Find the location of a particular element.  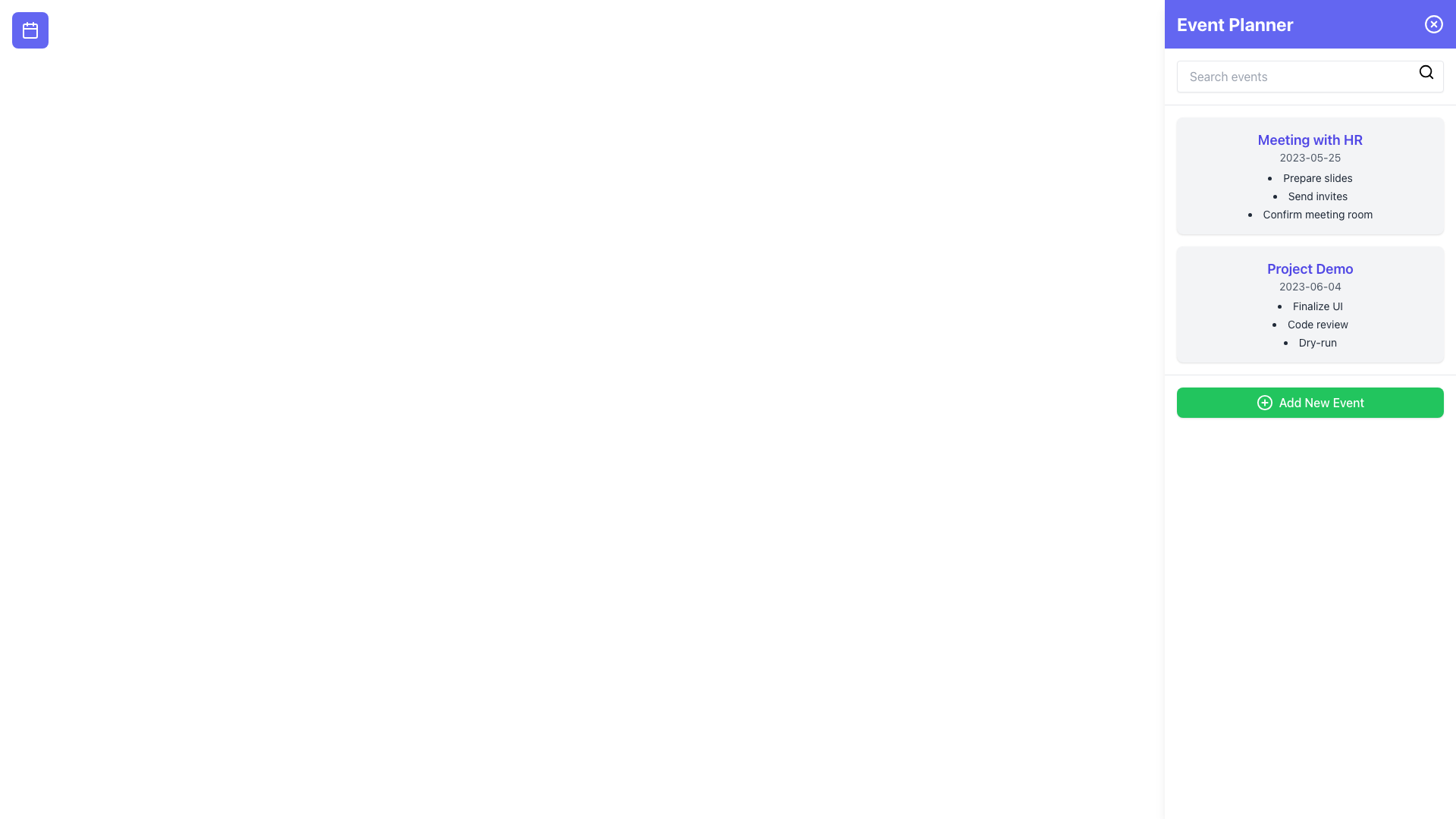

date information displayed in the text label, which shows '2023-06-04' in a small, gray font beneath the 'Project Demo' title is located at coordinates (1310, 286).